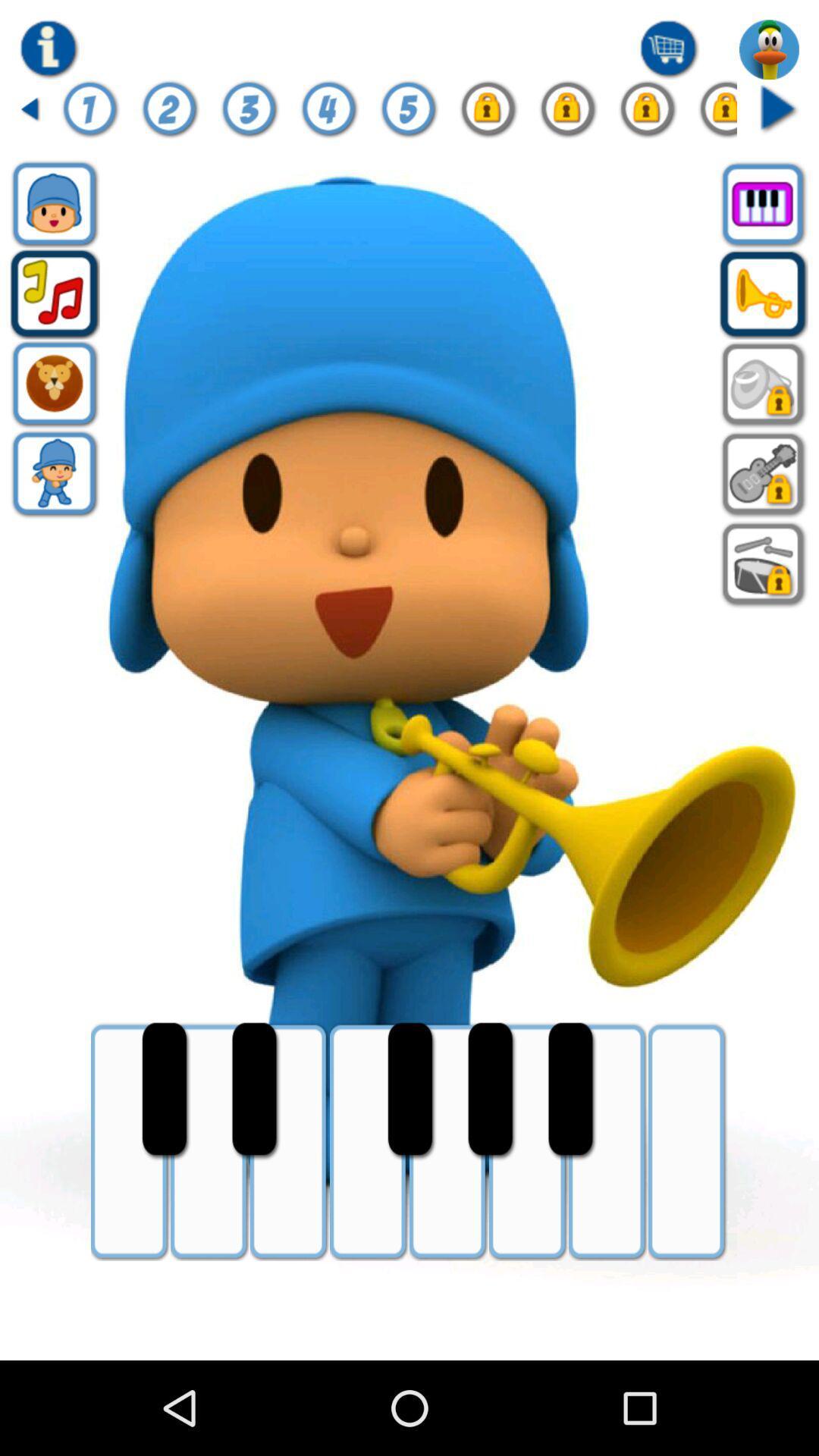  What do you see at coordinates (764, 314) in the screenshot?
I see `the call icon` at bounding box center [764, 314].